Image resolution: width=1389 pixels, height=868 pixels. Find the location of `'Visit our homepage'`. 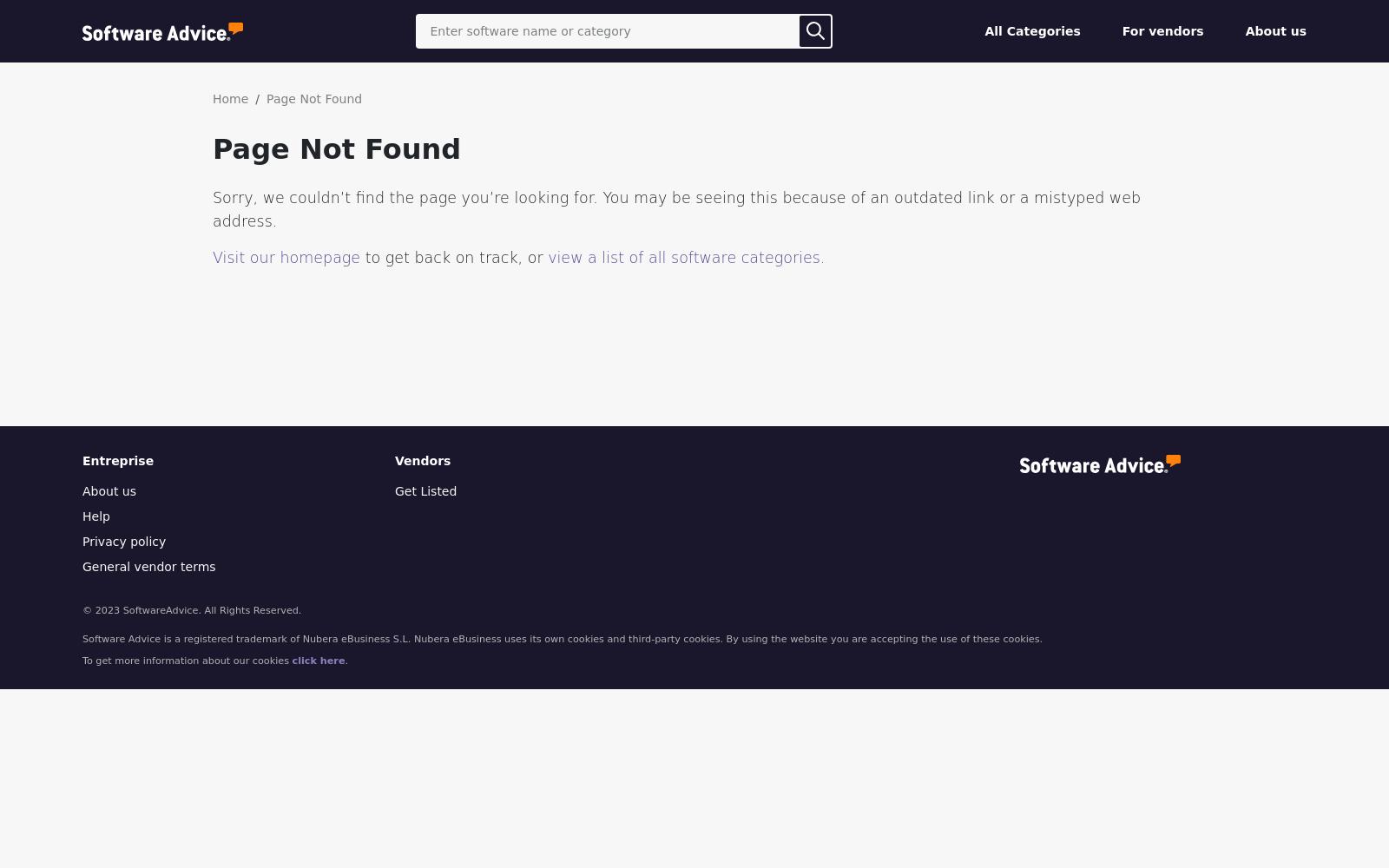

'Visit our homepage' is located at coordinates (286, 257).